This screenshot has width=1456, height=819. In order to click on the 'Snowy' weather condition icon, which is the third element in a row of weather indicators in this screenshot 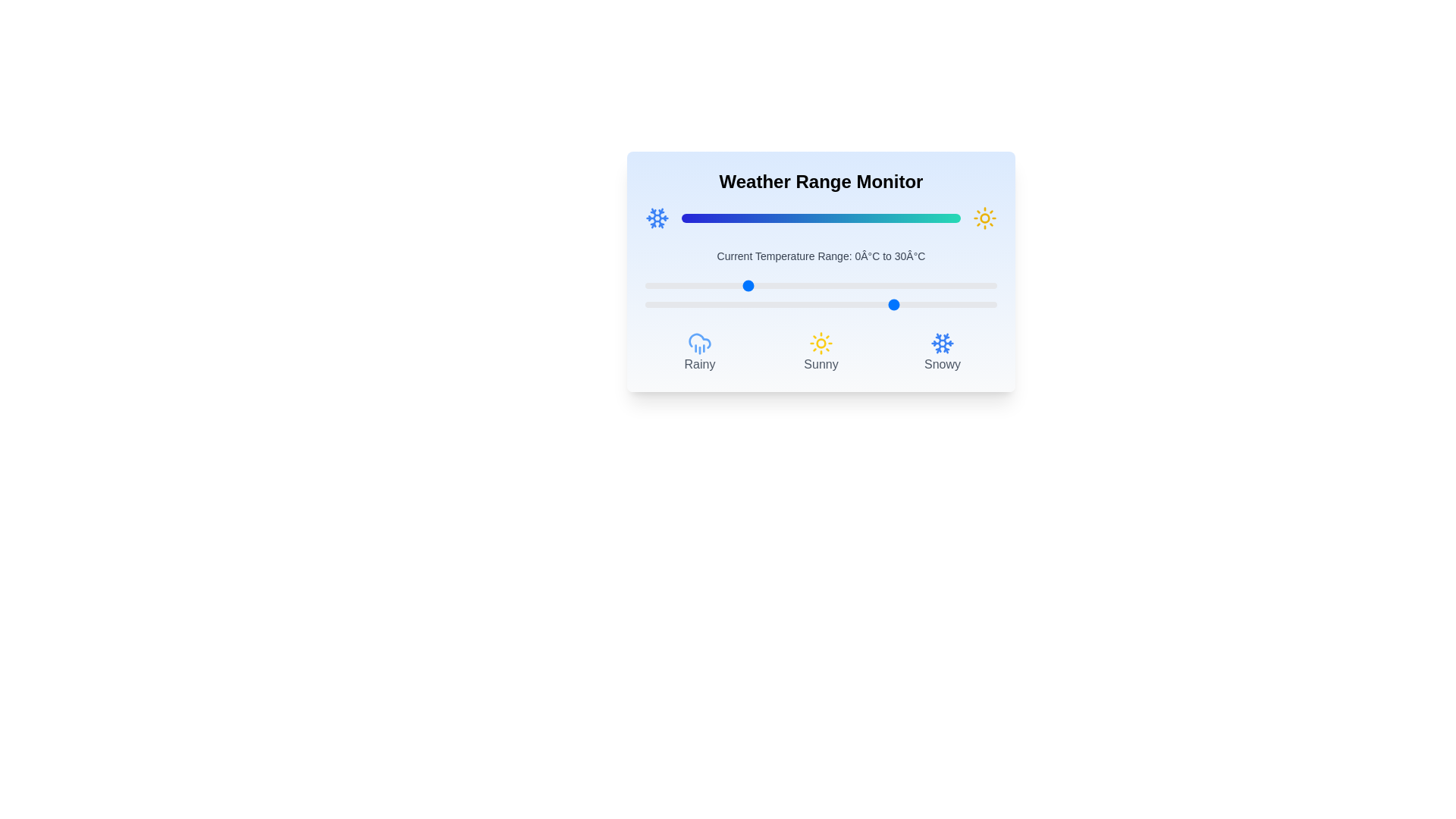, I will do `click(942, 353)`.